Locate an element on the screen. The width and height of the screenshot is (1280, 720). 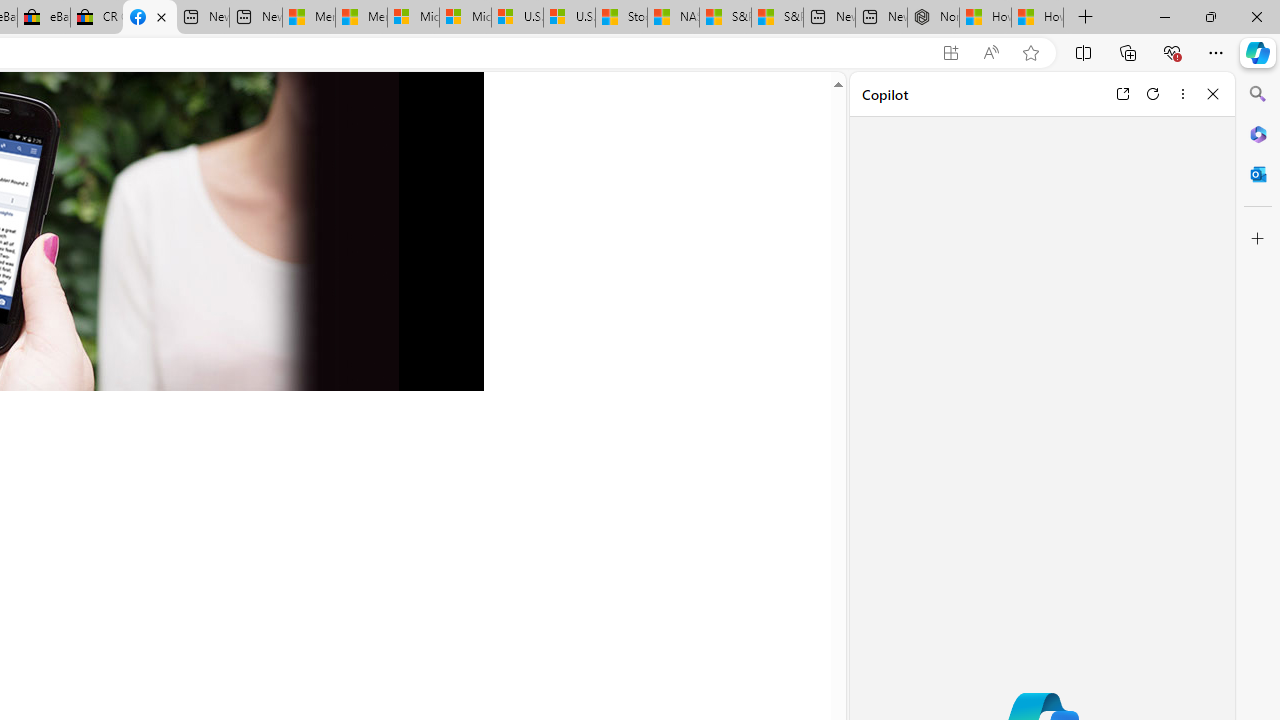
'Close' is located at coordinates (1212, 93).